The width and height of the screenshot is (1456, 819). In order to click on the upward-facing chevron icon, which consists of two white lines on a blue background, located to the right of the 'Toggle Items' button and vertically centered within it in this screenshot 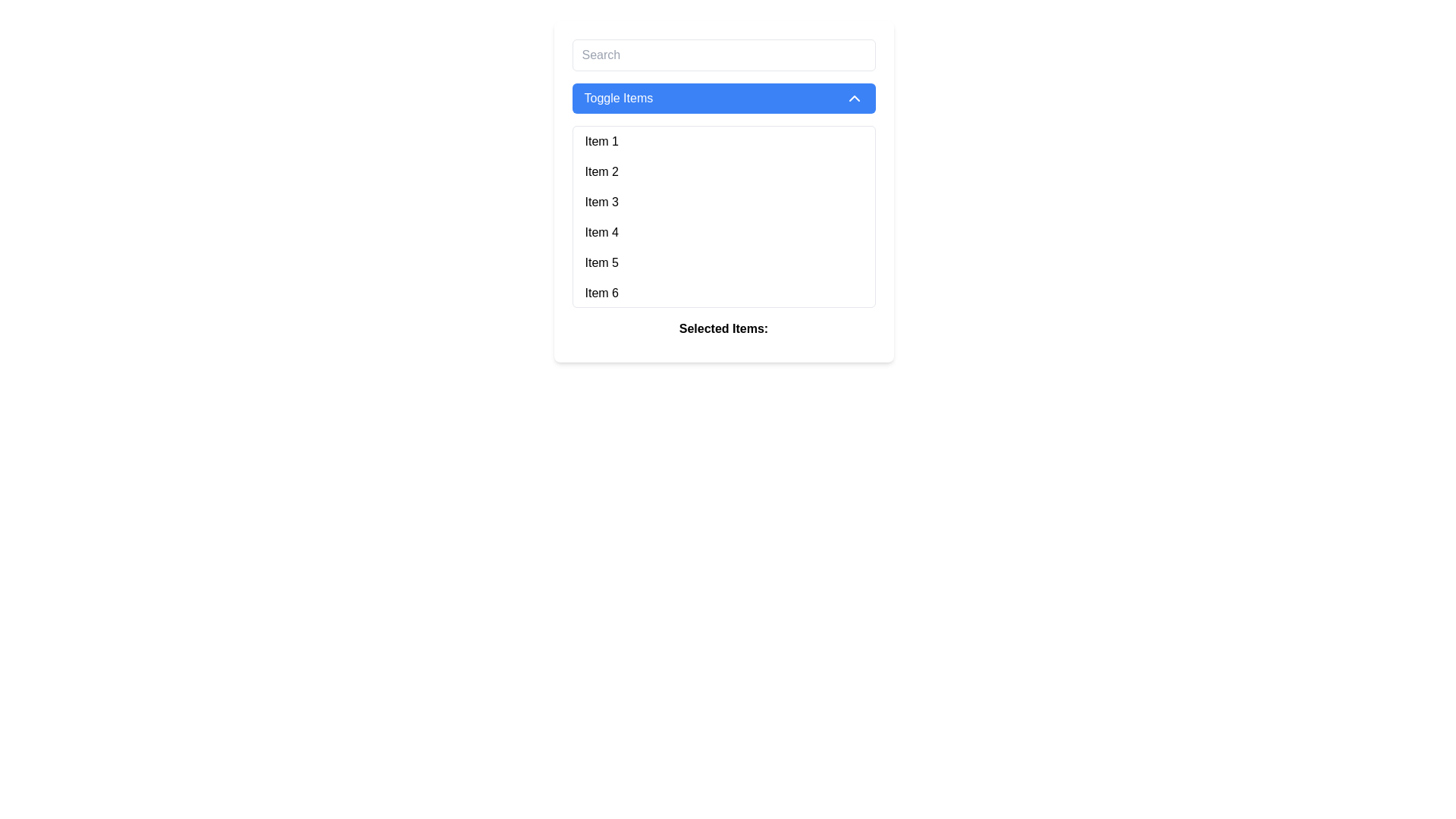, I will do `click(854, 99)`.